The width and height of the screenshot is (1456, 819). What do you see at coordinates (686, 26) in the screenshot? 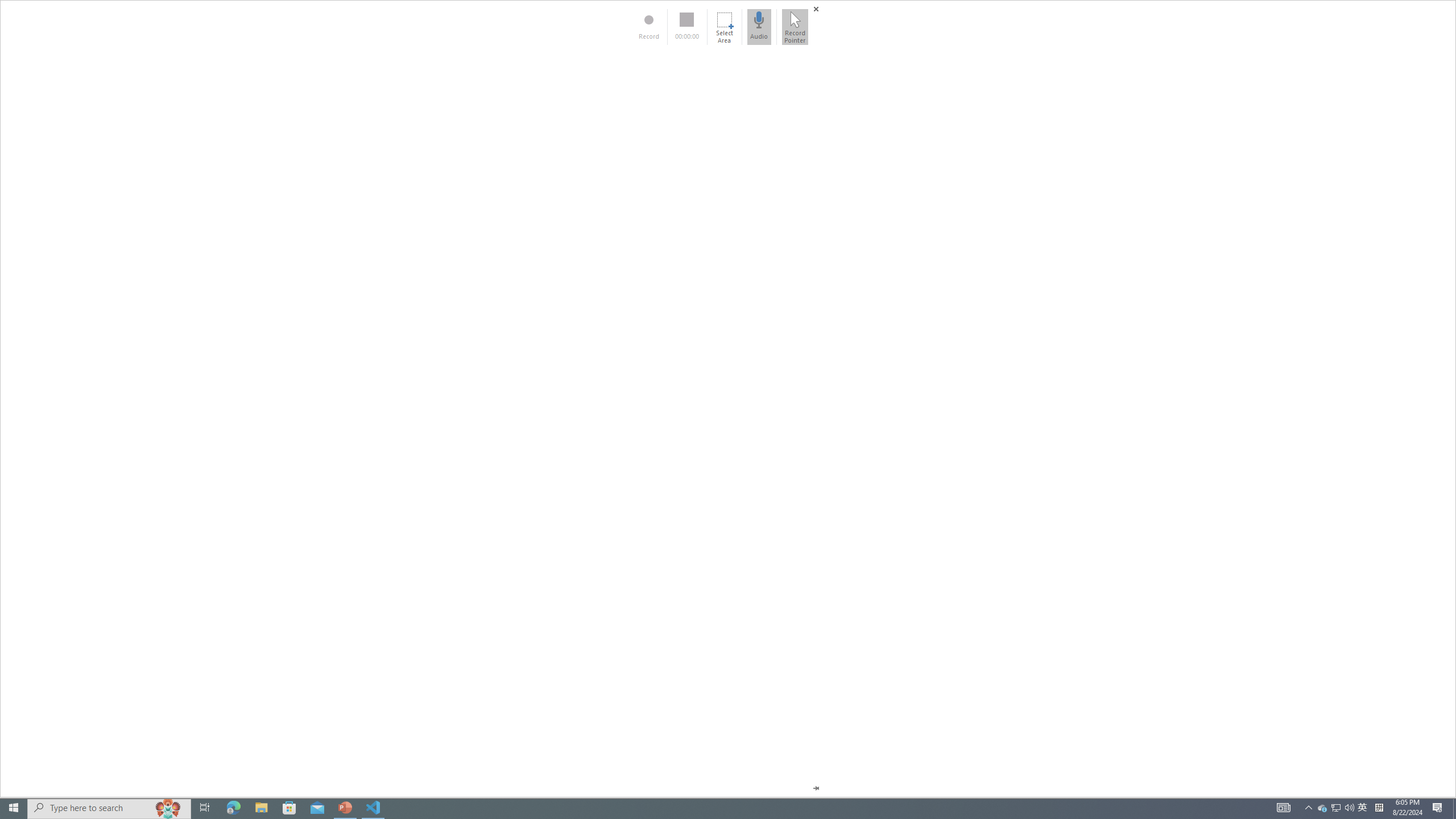
I see `'00:00:00'` at bounding box center [686, 26].